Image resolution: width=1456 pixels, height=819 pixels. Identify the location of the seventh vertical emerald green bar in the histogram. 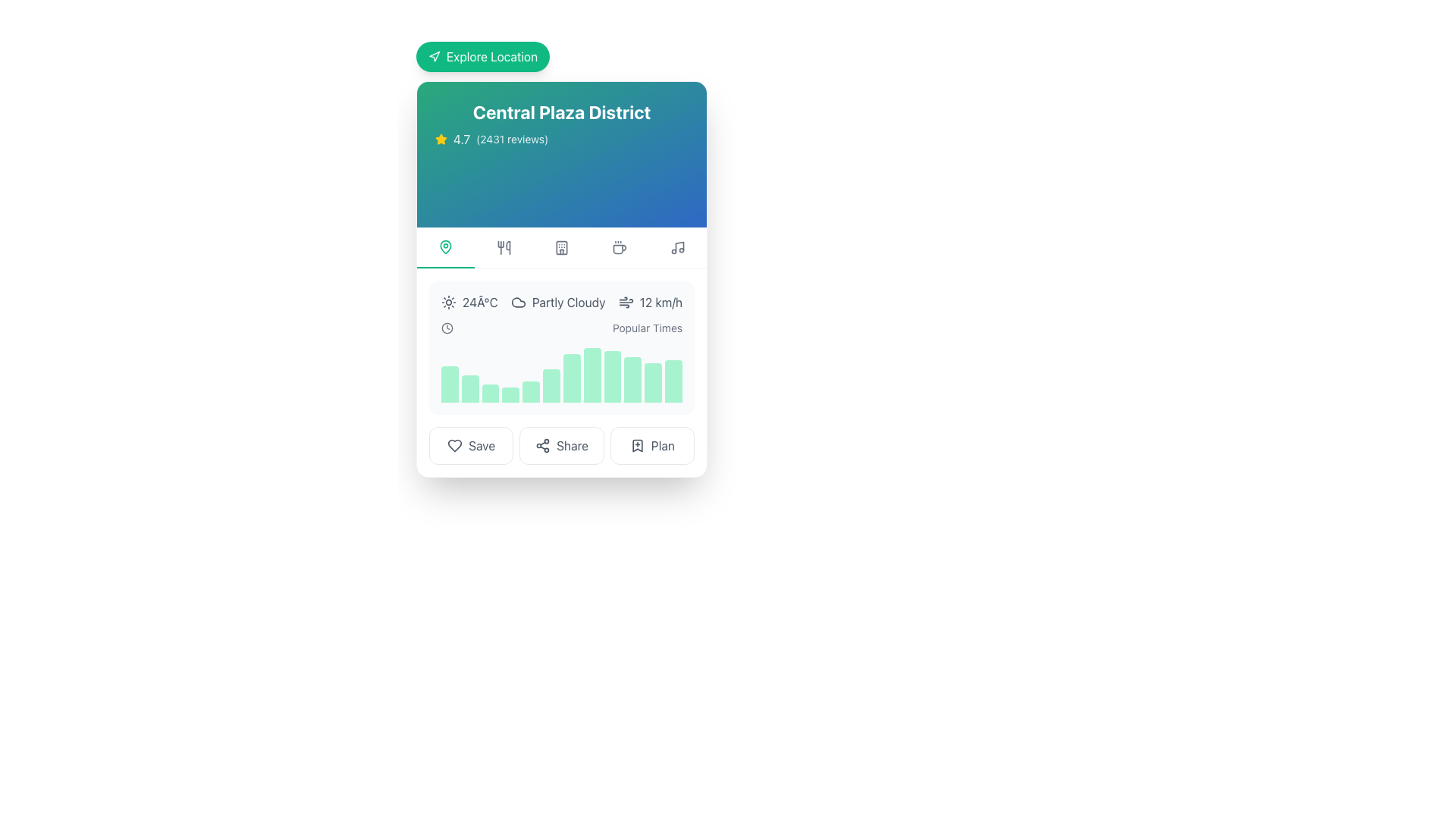
(571, 377).